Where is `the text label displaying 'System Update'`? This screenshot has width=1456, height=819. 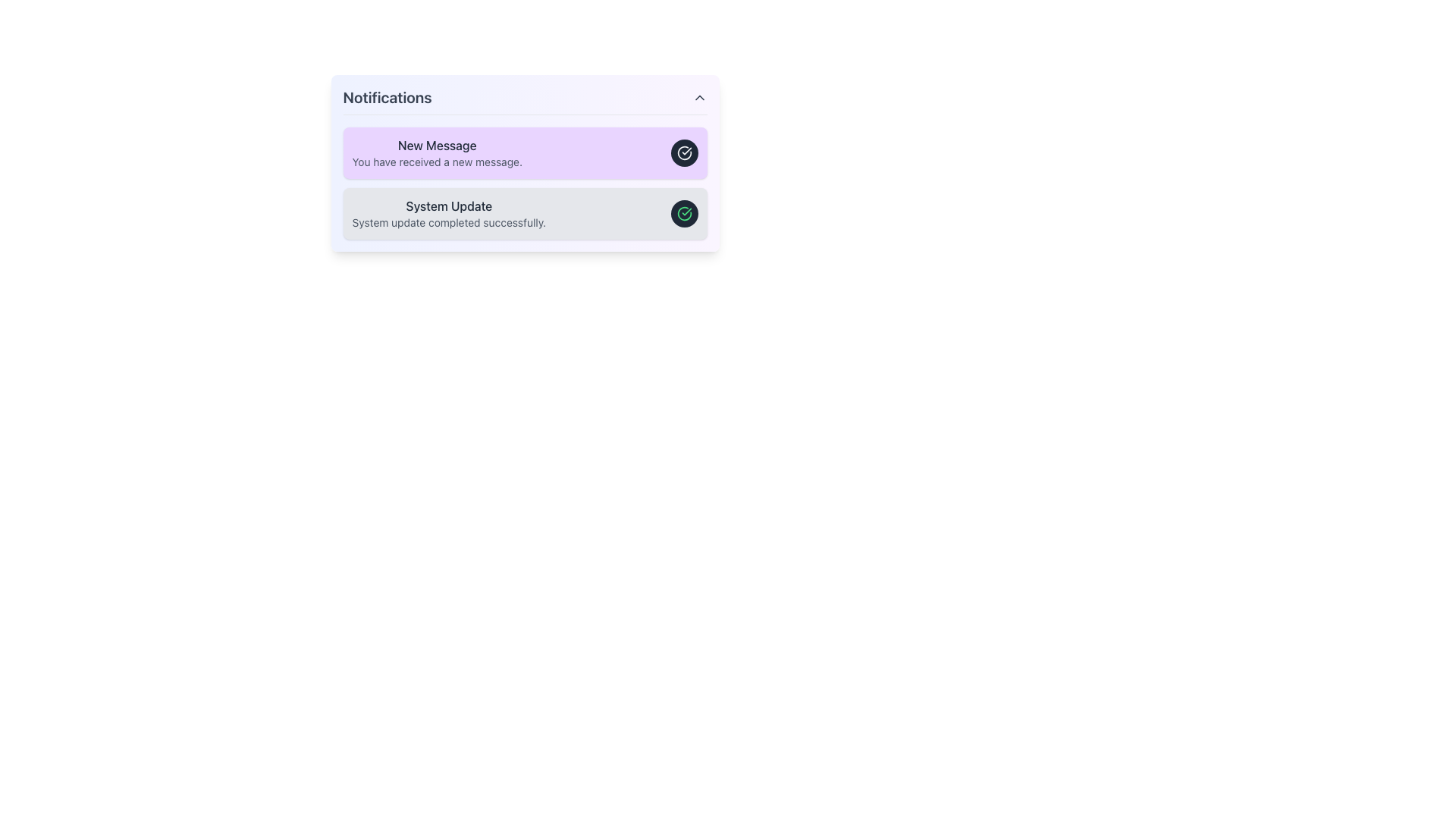 the text label displaying 'System Update' is located at coordinates (448, 206).